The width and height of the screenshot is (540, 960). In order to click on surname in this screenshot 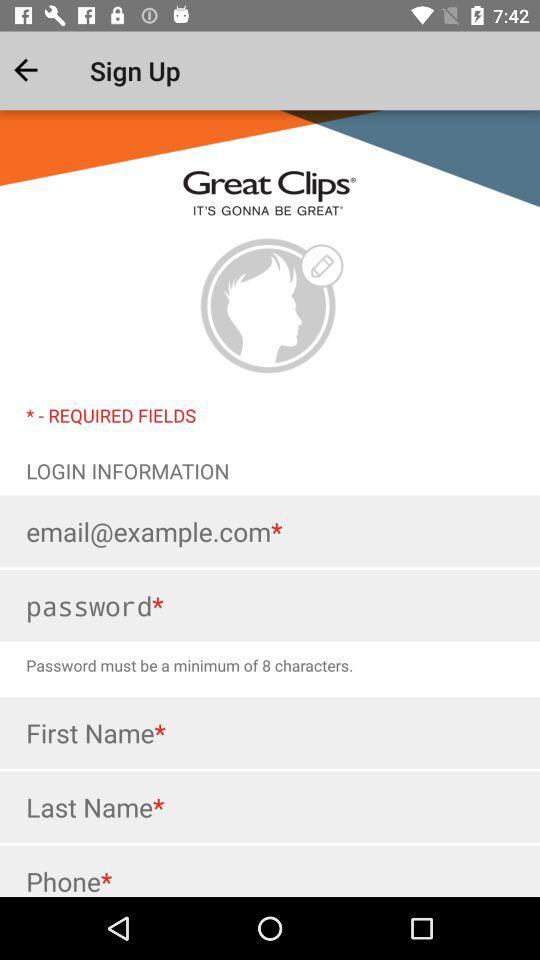, I will do `click(270, 807)`.